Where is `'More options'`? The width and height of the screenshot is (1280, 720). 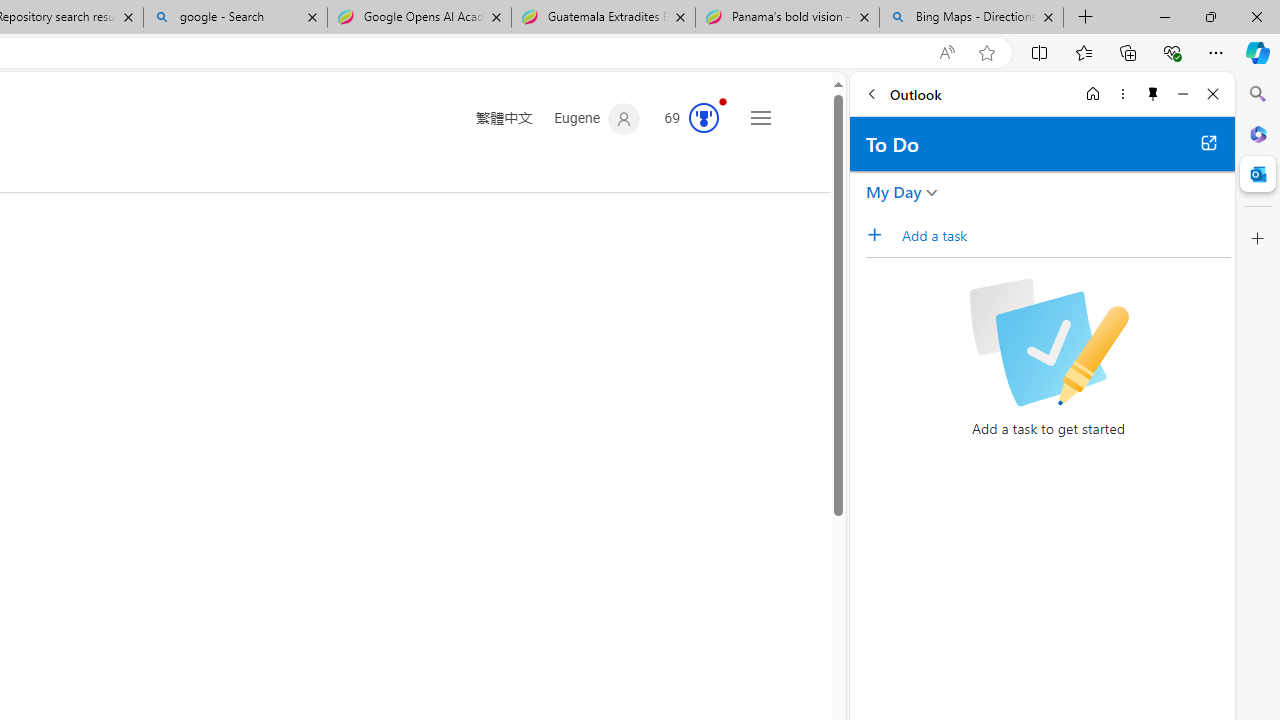
'More options' is located at coordinates (1122, 93).